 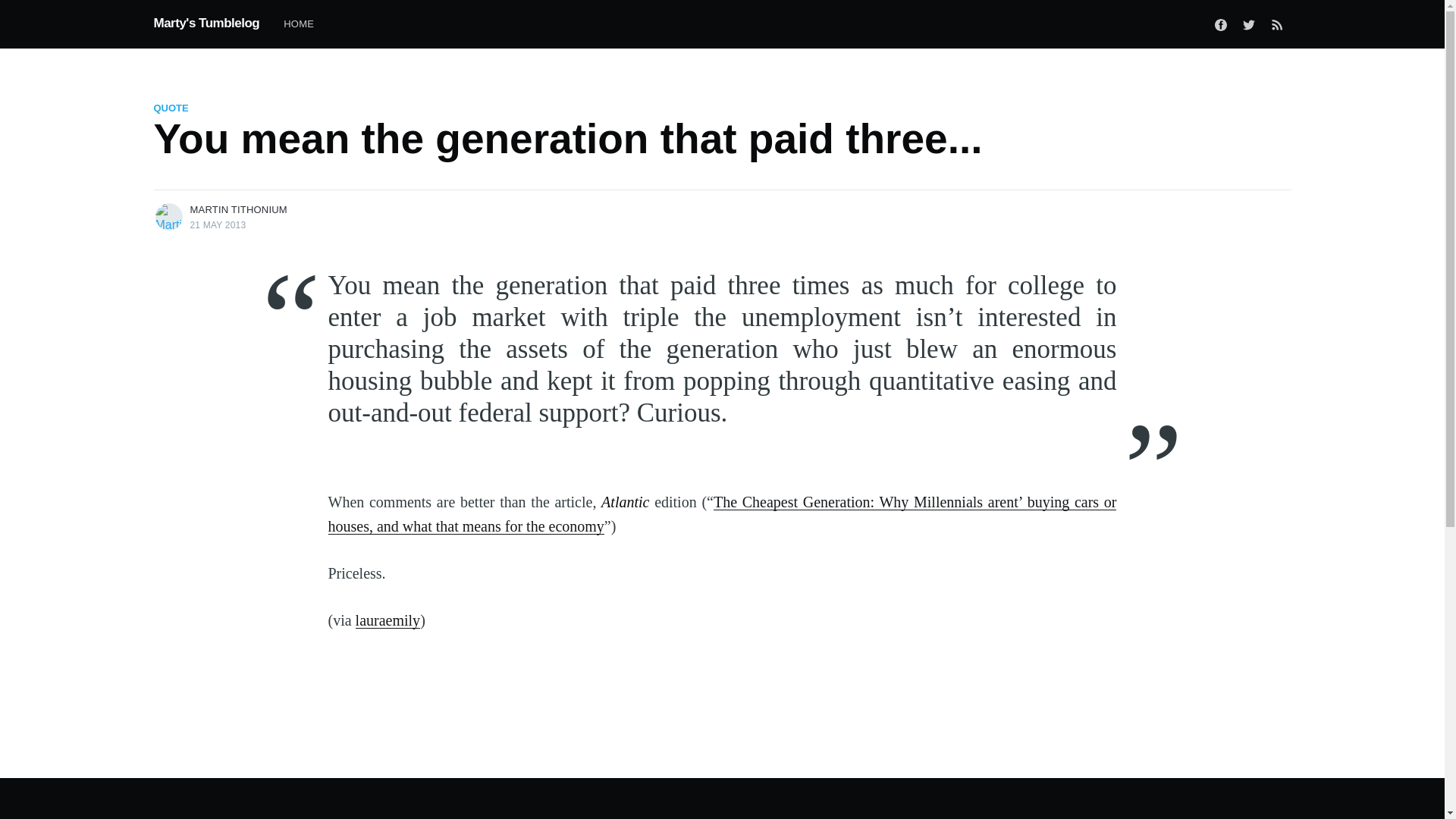 I want to click on 'Facebook', so click(x=1220, y=24).